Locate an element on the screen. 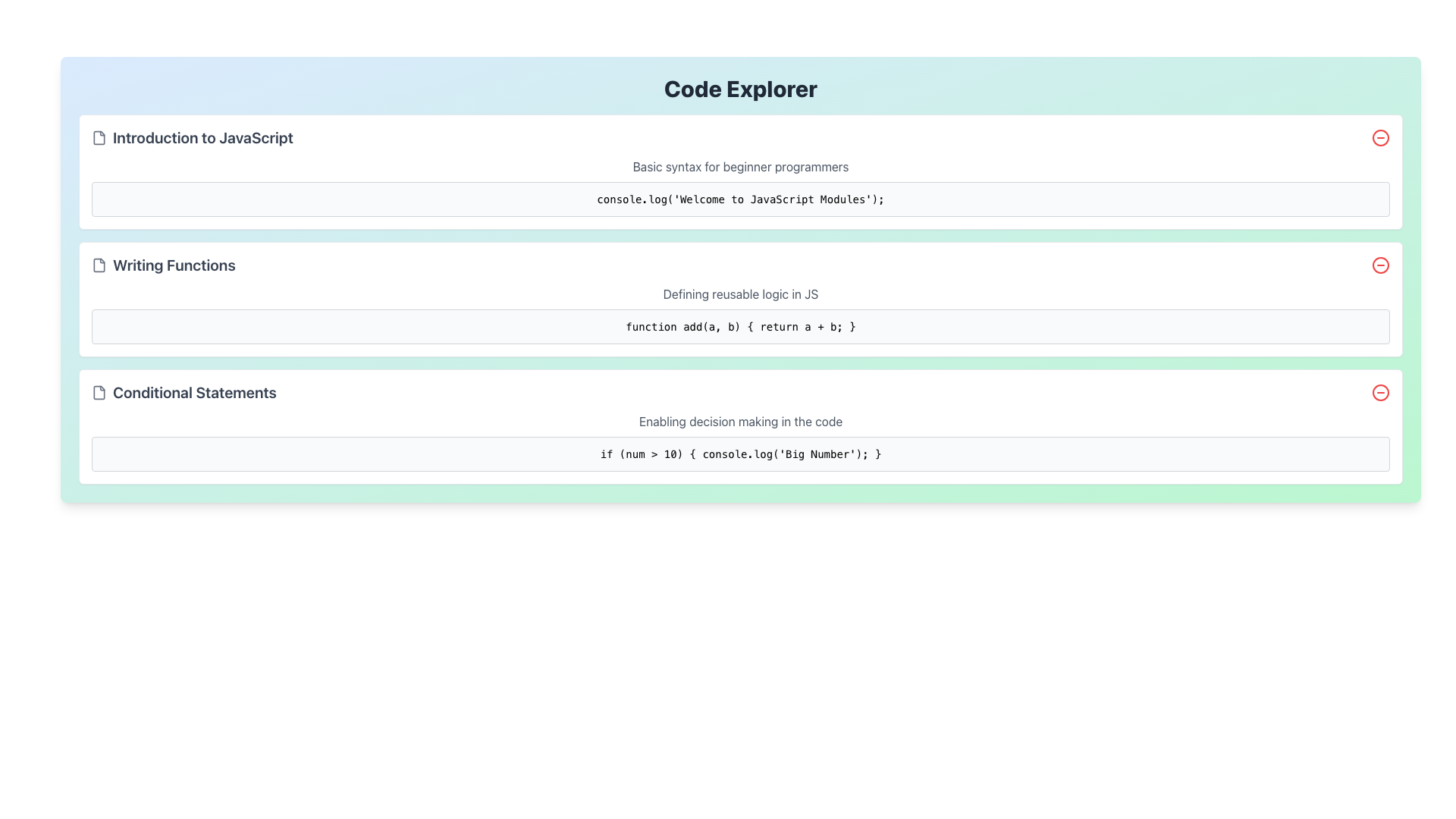 The height and width of the screenshot is (819, 1456). the small circular red-bordered icon with a minus symbol is located at coordinates (1380, 391).